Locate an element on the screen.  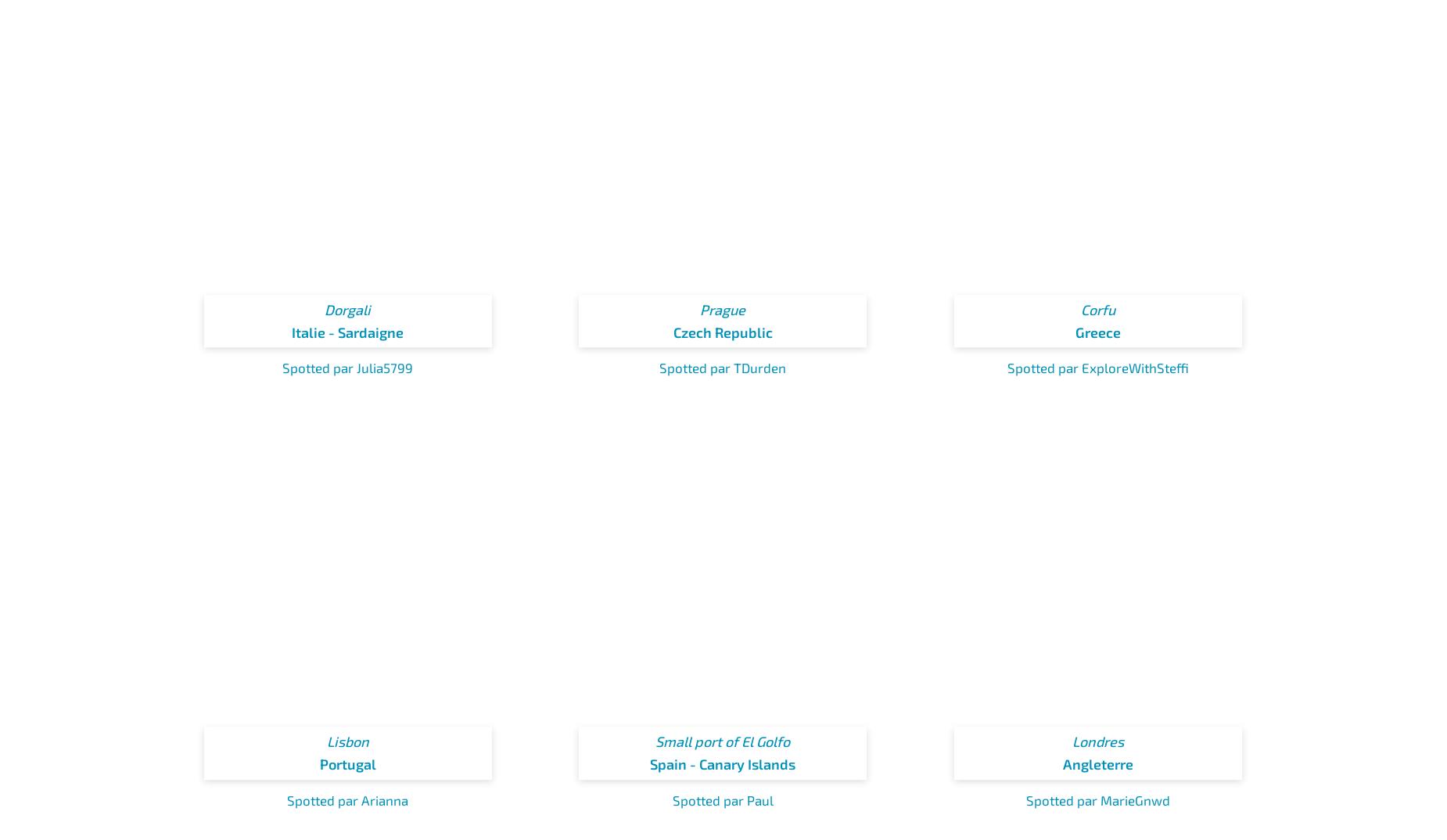
'Lisbon' is located at coordinates (325, 741).